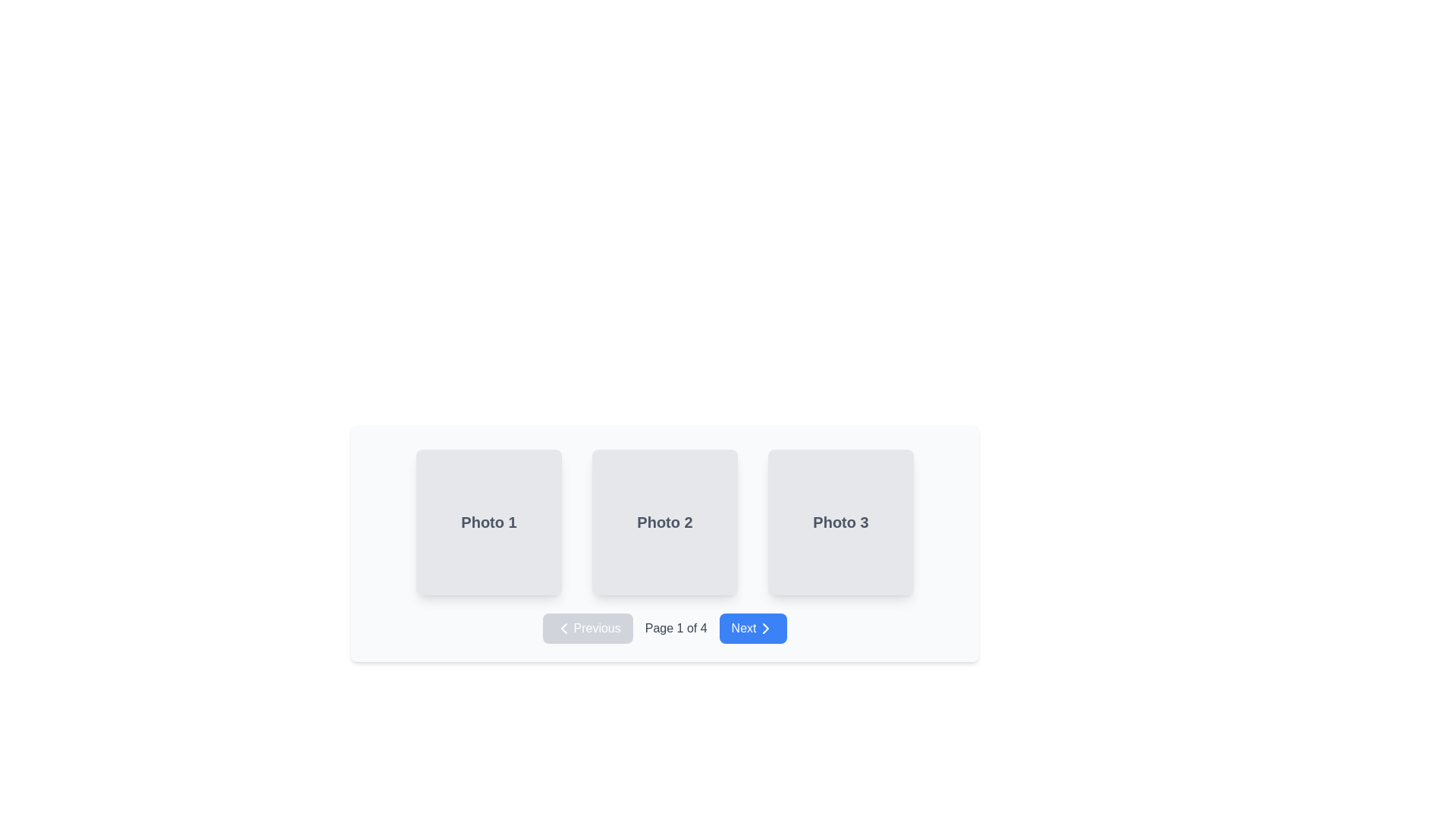  What do you see at coordinates (488, 522) in the screenshot?
I see `the text label indicating 'Photo 1', which is located at the center of the first card in a series of three horizontally aligned cards` at bounding box center [488, 522].